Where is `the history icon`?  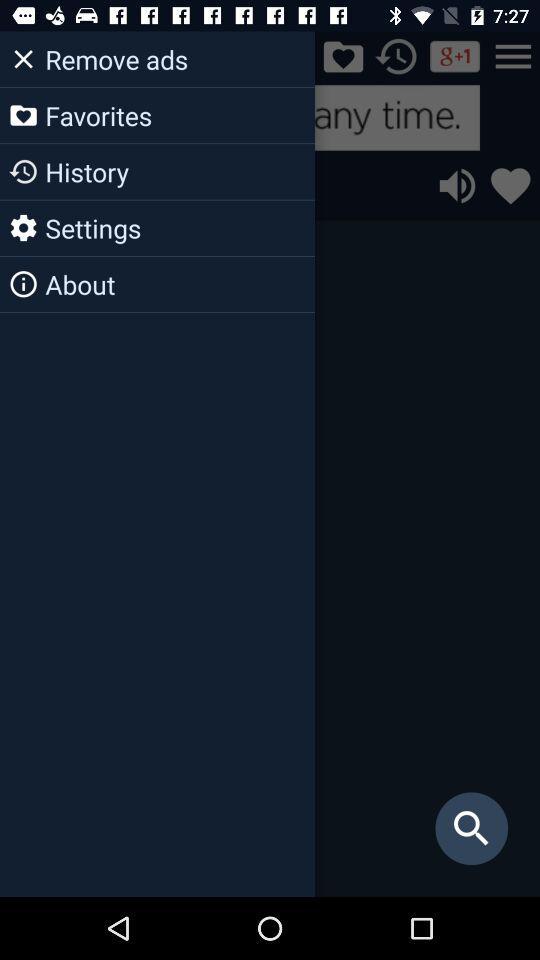
the history icon is located at coordinates (396, 55).